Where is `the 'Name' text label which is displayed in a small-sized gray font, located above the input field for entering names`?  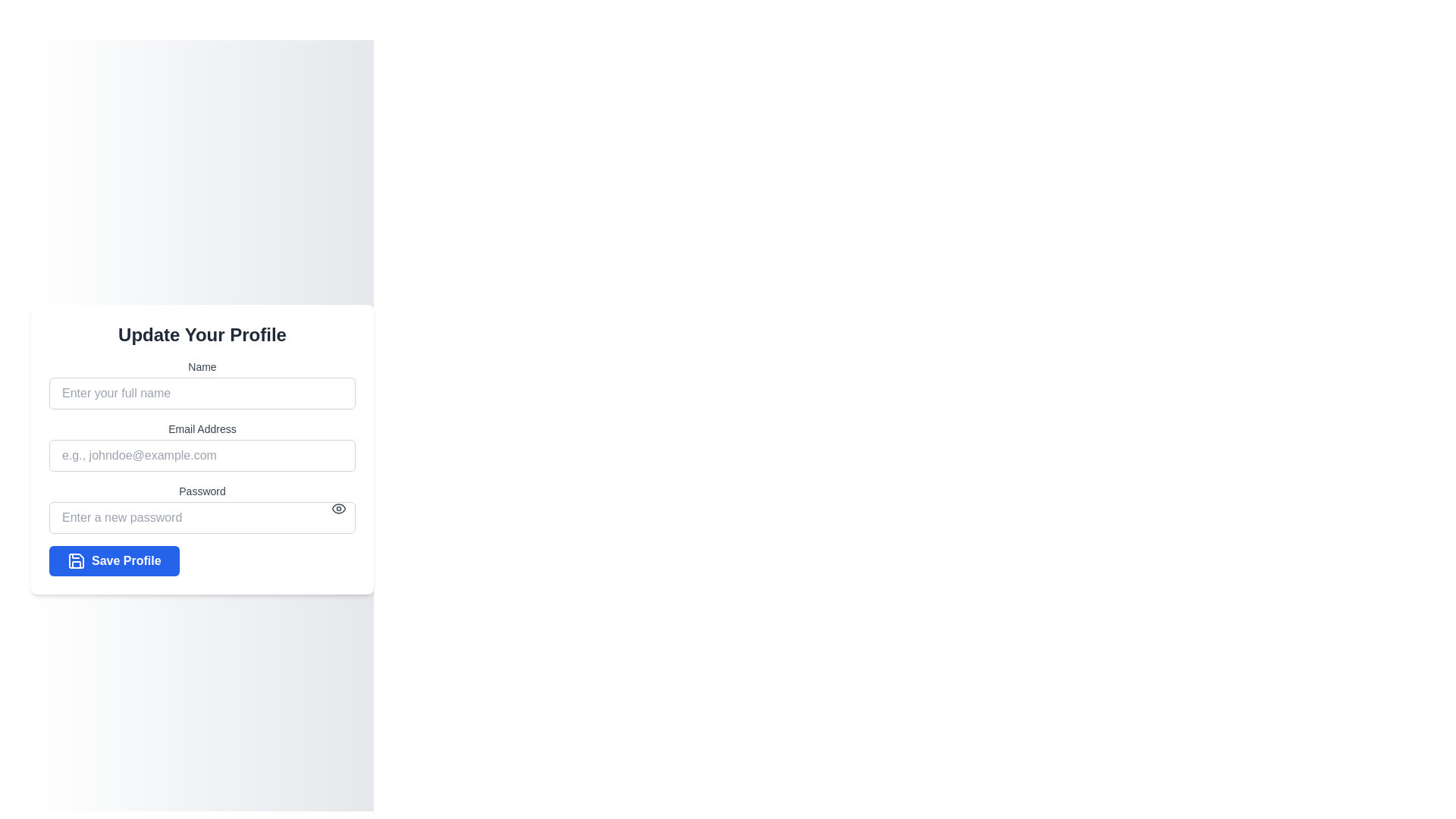
the 'Name' text label which is displayed in a small-sized gray font, located above the input field for entering names is located at coordinates (202, 366).